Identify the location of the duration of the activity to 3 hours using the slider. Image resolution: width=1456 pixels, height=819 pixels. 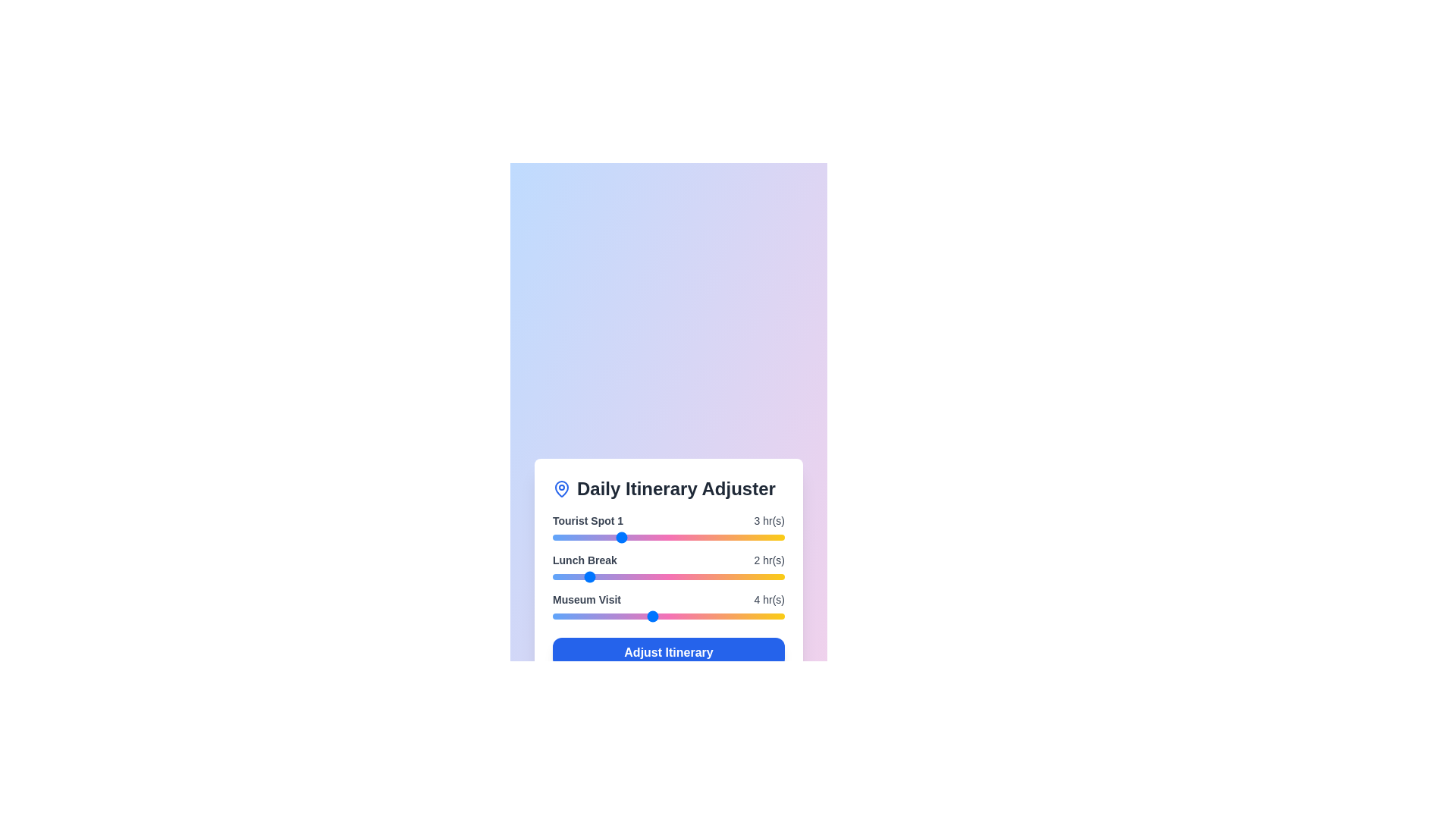
(619, 537).